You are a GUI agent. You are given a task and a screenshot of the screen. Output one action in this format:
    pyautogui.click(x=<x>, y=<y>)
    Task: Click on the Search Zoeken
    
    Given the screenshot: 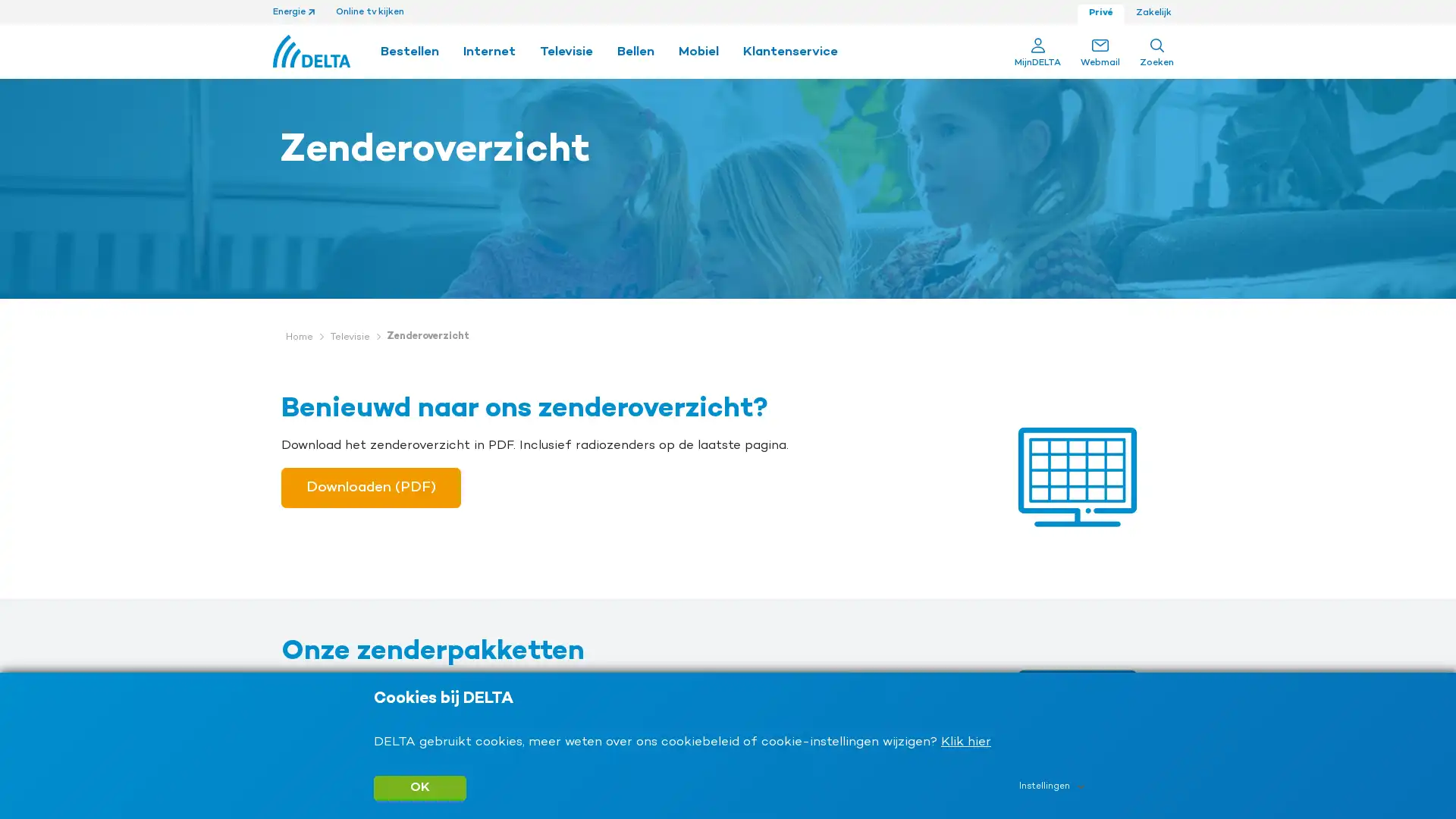 What is the action you would take?
    pyautogui.click(x=1156, y=51)
    